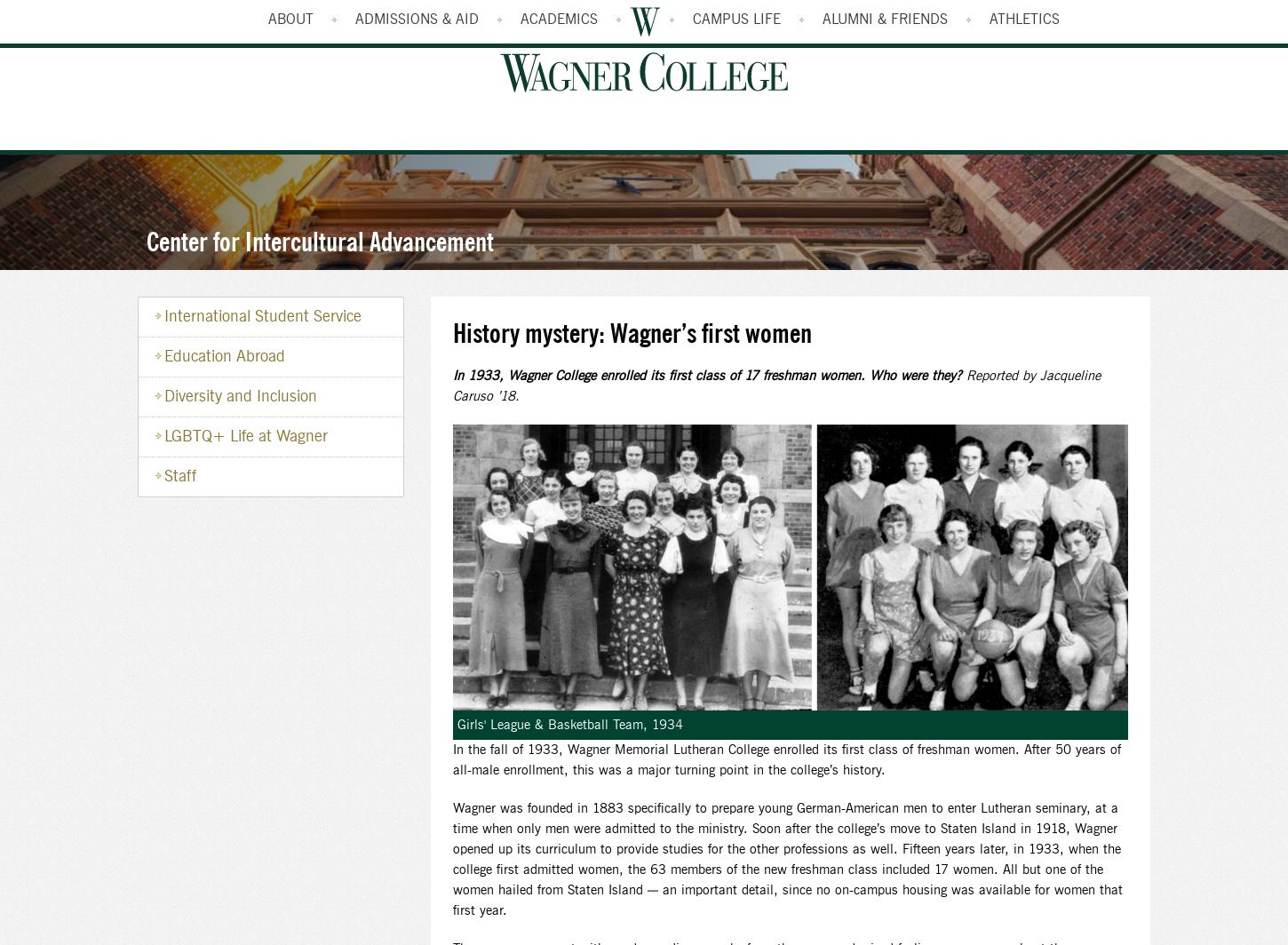 The height and width of the screenshot is (945, 1288). Describe the element at coordinates (709, 377) in the screenshot. I see `'In 1933, Wagner College enrolled its first class of 17 freshman women. Who were they?'` at that location.